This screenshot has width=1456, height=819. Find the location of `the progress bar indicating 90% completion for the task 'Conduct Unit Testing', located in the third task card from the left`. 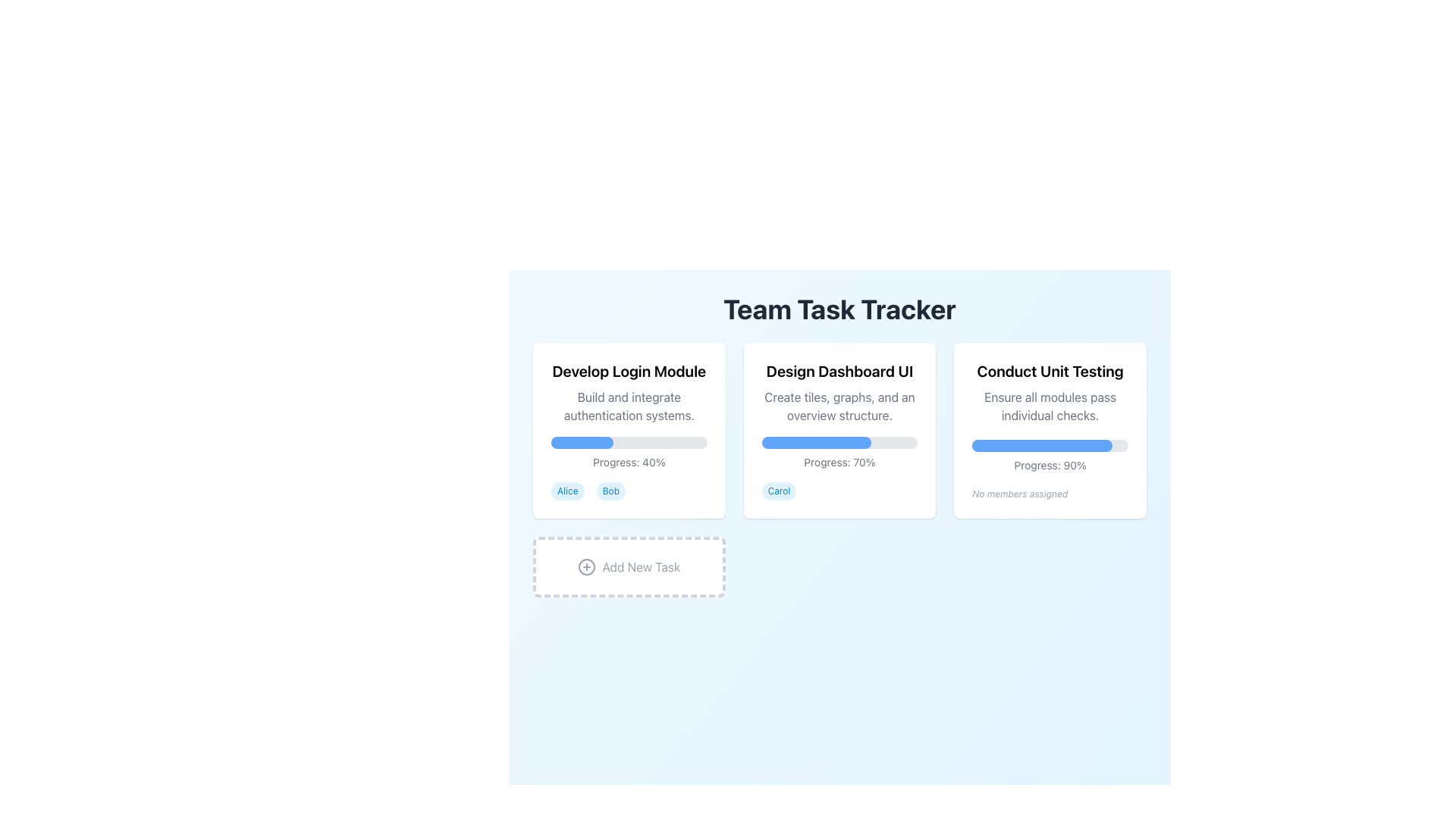

the progress bar indicating 90% completion for the task 'Conduct Unit Testing', located in the third task card from the left is located at coordinates (1041, 444).